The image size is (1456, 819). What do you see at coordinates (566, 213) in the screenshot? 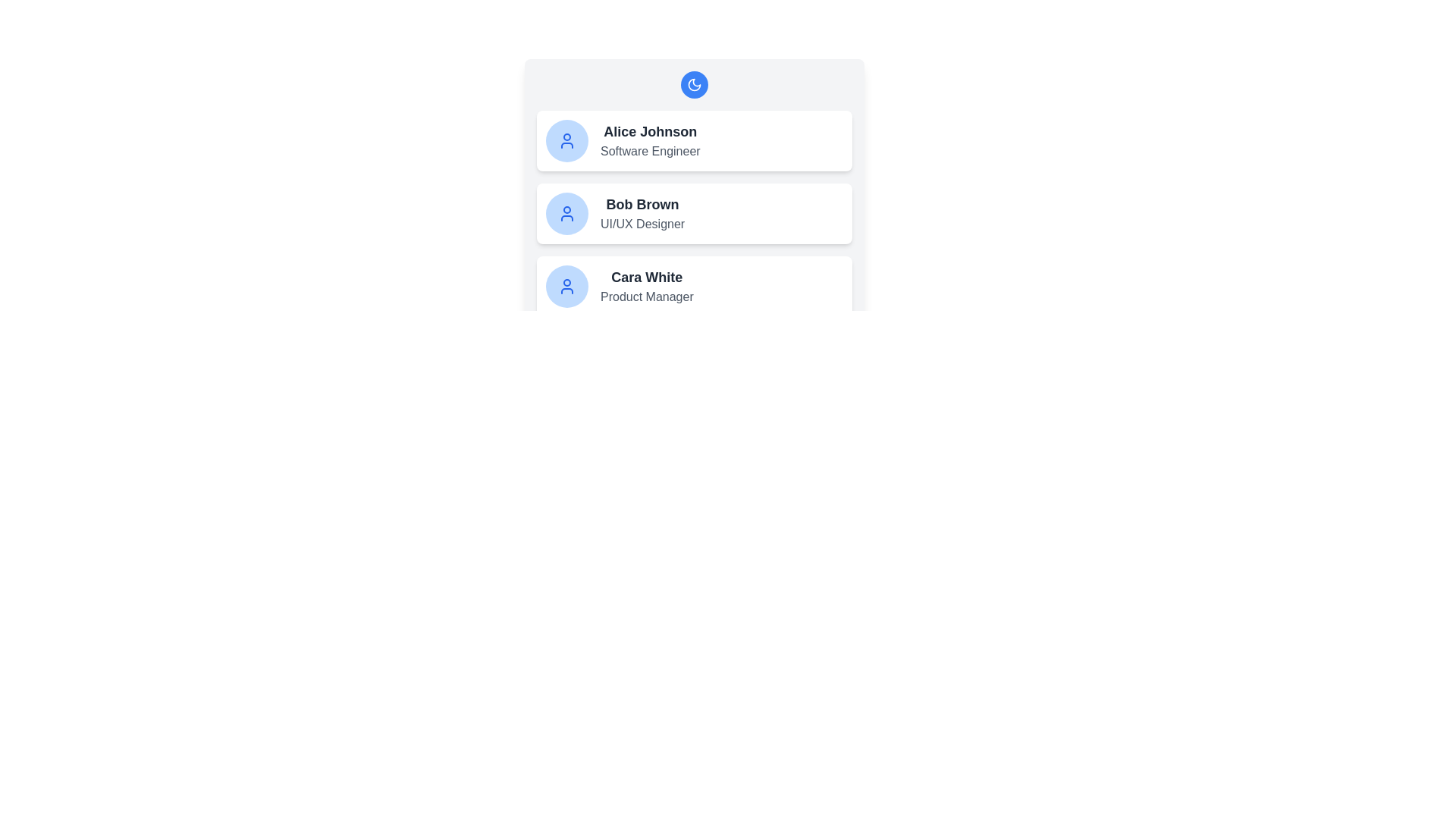
I see `the Avatar icon, which is a circular icon with a blue background and a white silhouette representing a user profile, located in the top-left of the group for 'Bob Brown, UI/UX Designer'` at bounding box center [566, 213].